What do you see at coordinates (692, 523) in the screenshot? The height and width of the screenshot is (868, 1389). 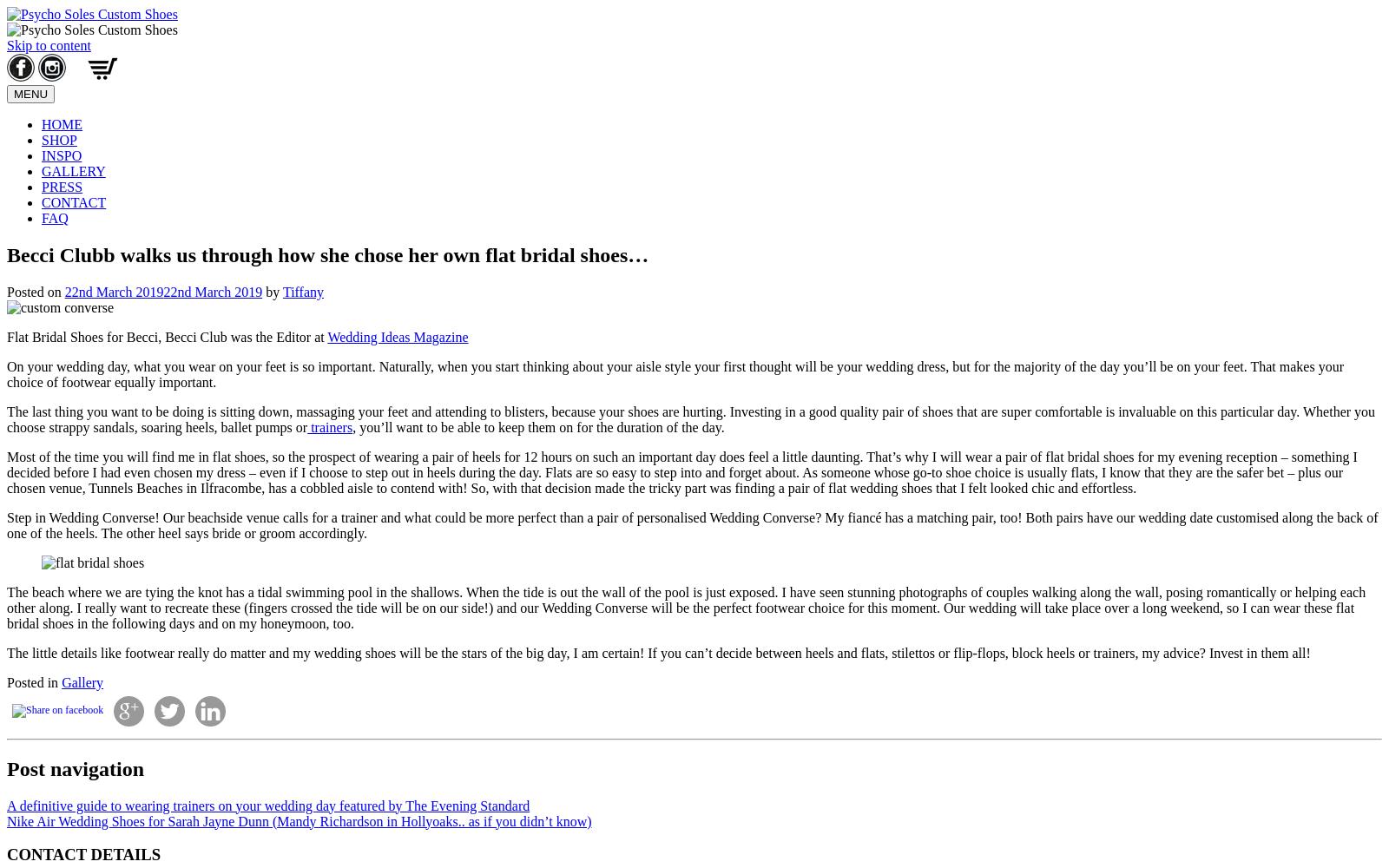 I see `'Step in Wedding Converse! Our beachside venue calls for a trainer and what could be more perfect than a pair of personalised Wedding Converse? My fiancé has a matching pair, too! Both pairs have our wedding date customised along the back of one of the heels. The other heel says bride or groom accordingly.'` at bounding box center [692, 523].